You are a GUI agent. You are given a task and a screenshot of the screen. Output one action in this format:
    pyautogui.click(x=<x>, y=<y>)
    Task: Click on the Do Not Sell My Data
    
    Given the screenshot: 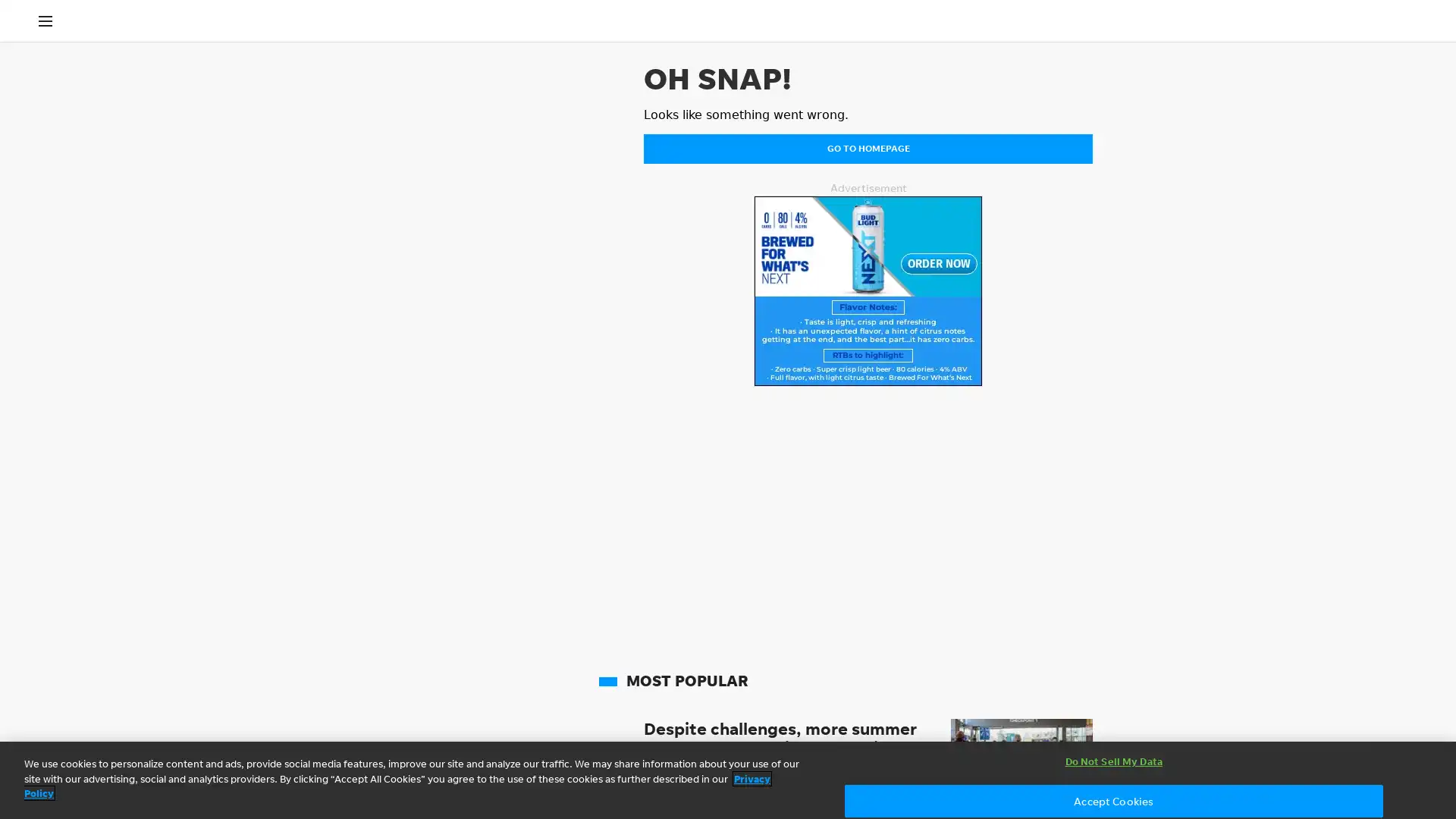 What is the action you would take?
    pyautogui.click(x=1113, y=761)
    